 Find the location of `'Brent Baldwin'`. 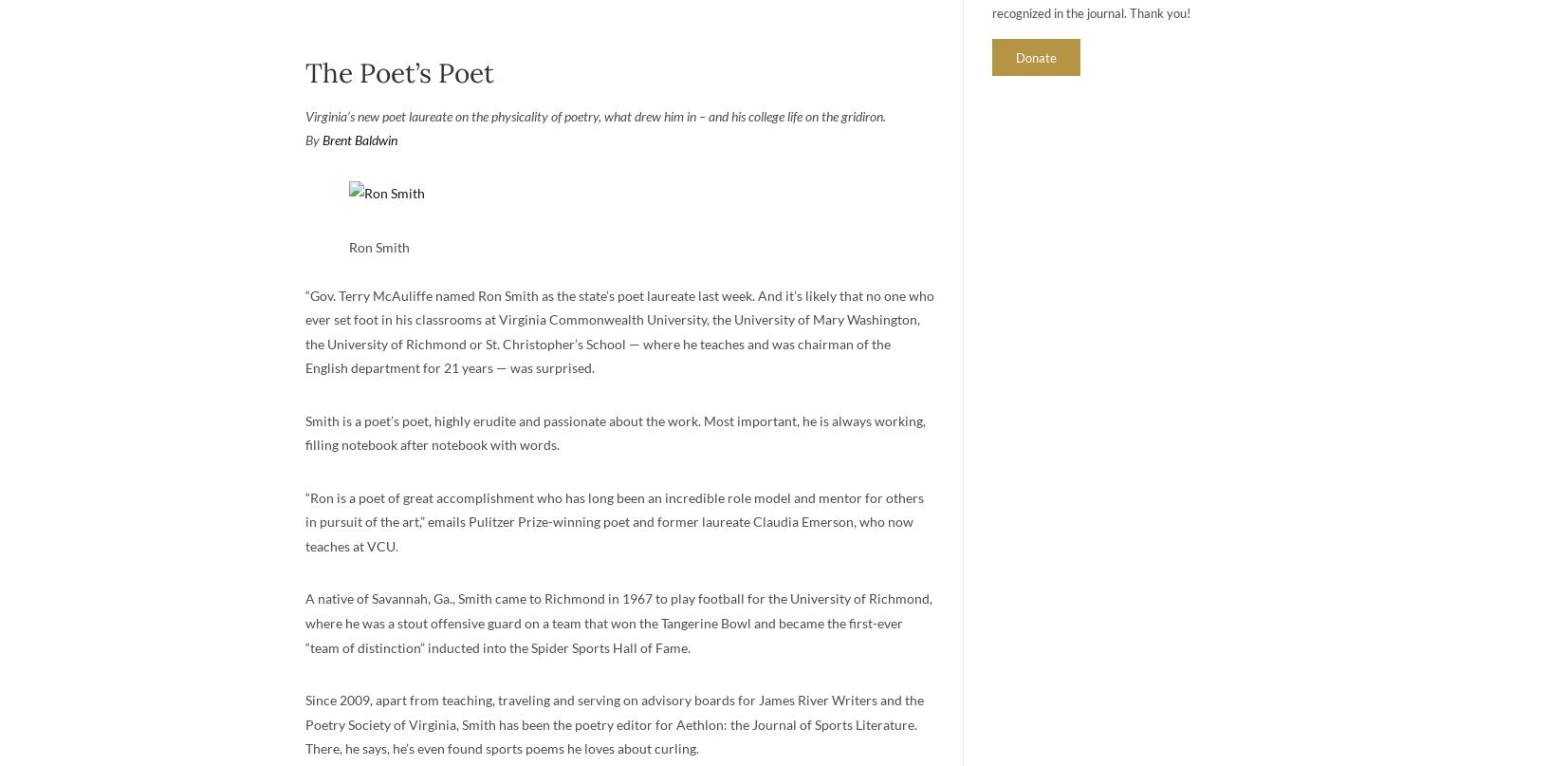

'Brent Baldwin' is located at coordinates (360, 139).